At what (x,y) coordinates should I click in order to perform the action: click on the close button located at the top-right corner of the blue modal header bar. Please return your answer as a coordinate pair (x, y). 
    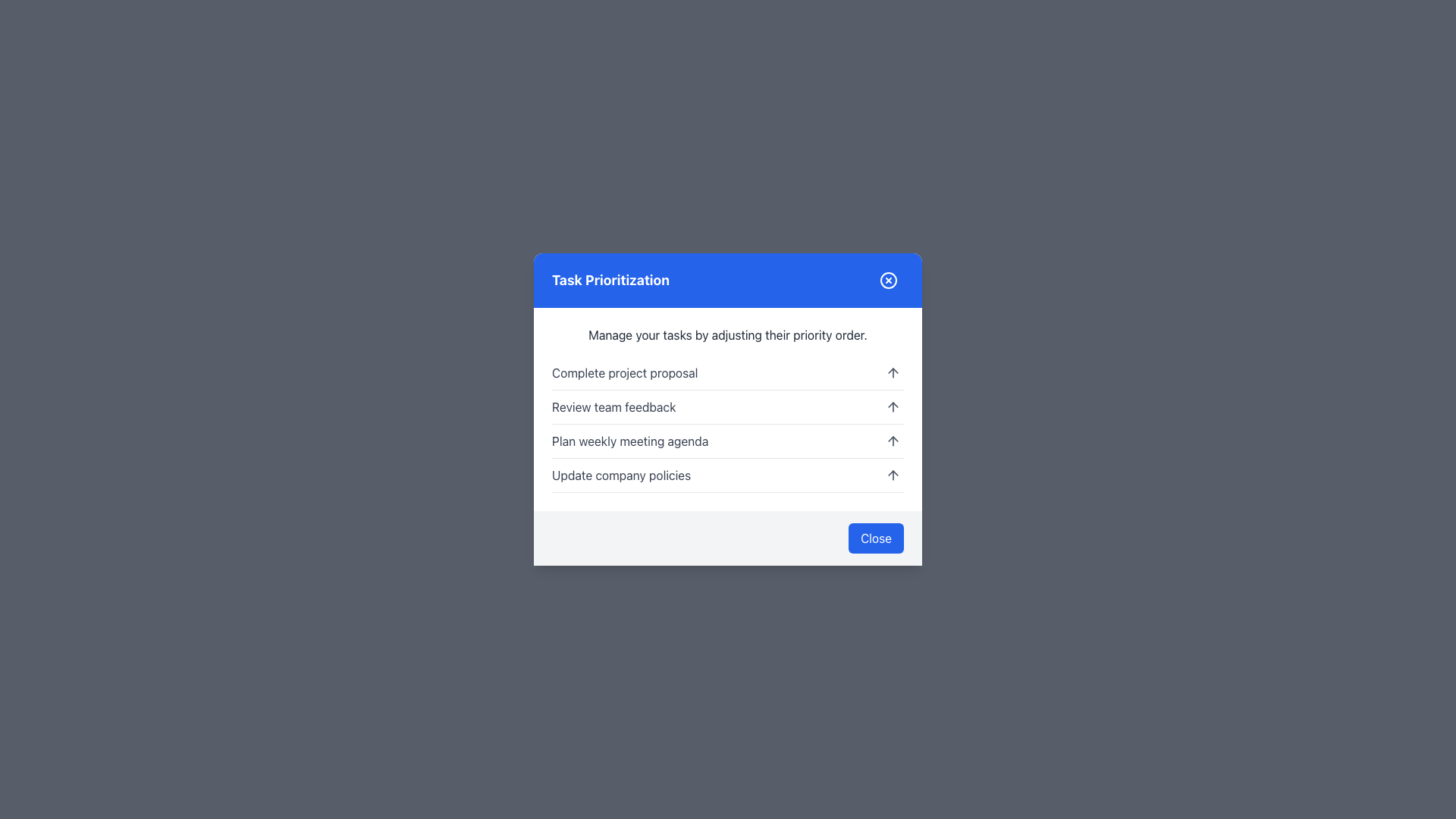
    Looking at the image, I should click on (888, 281).